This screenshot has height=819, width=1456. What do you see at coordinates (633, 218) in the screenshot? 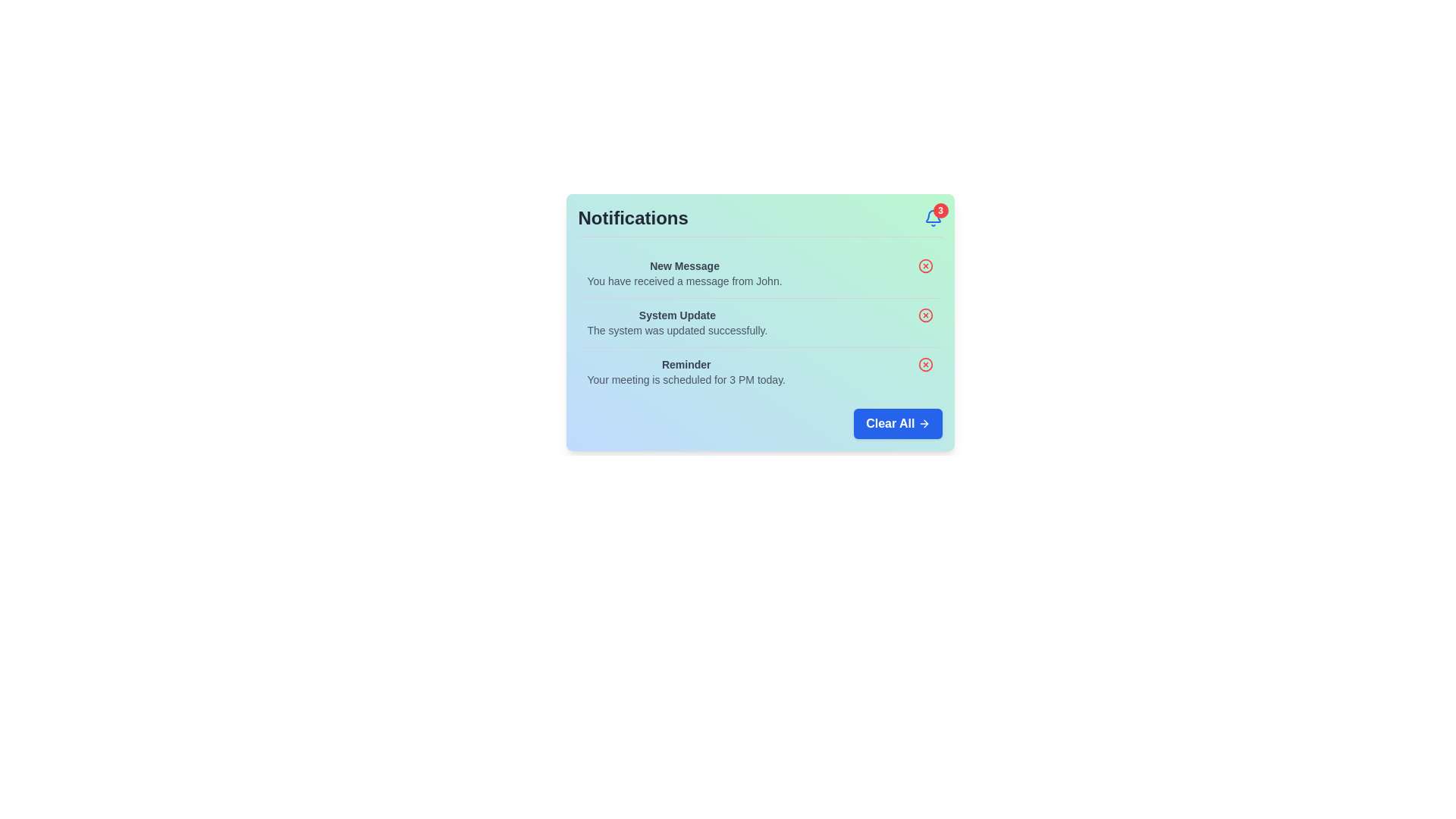
I see `the 'Notifications' text label, which is a bold, dark gray title located at the top-left edge of the notification panel` at bounding box center [633, 218].